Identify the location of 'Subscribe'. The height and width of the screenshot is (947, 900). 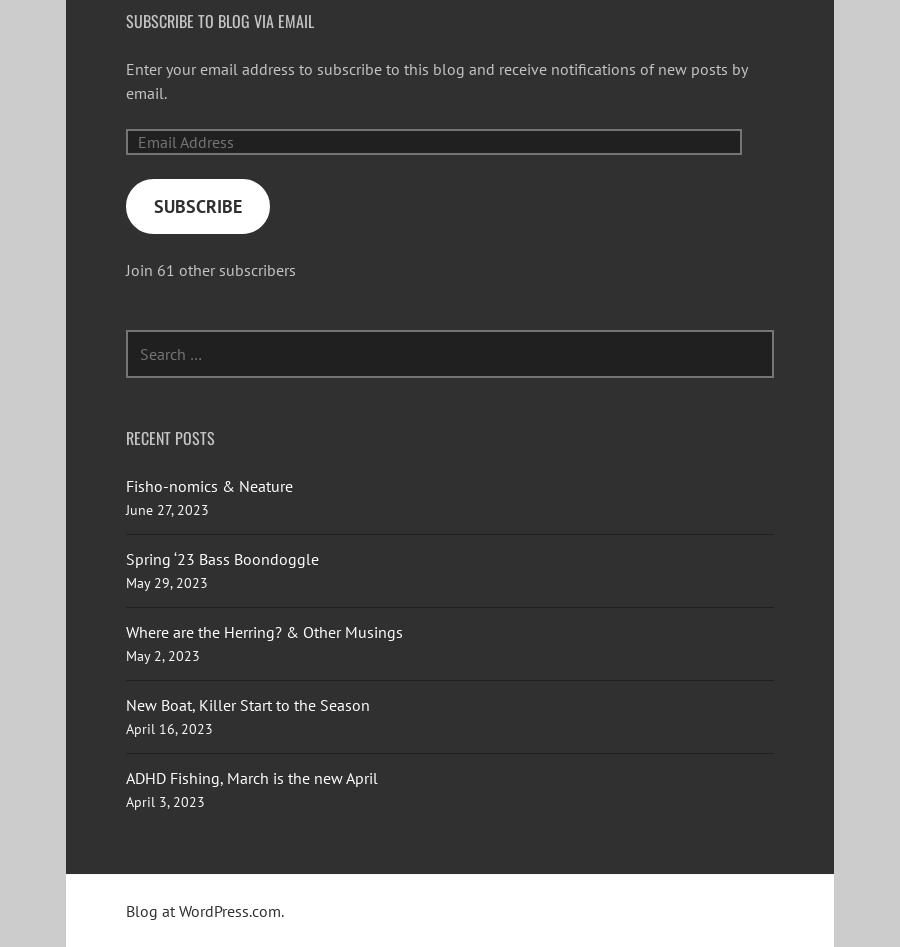
(197, 206).